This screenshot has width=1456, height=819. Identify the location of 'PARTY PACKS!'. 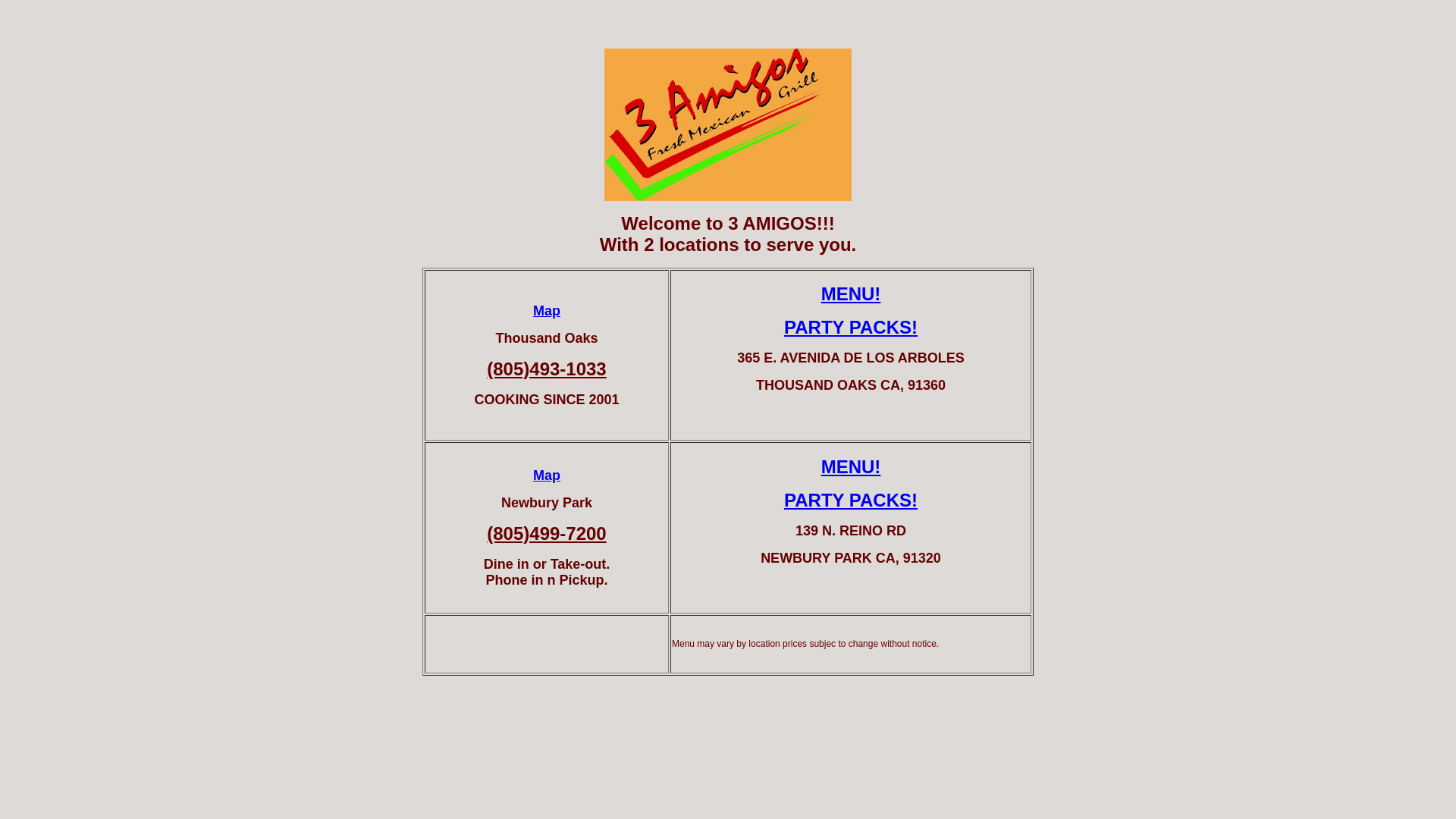
(851, 326).